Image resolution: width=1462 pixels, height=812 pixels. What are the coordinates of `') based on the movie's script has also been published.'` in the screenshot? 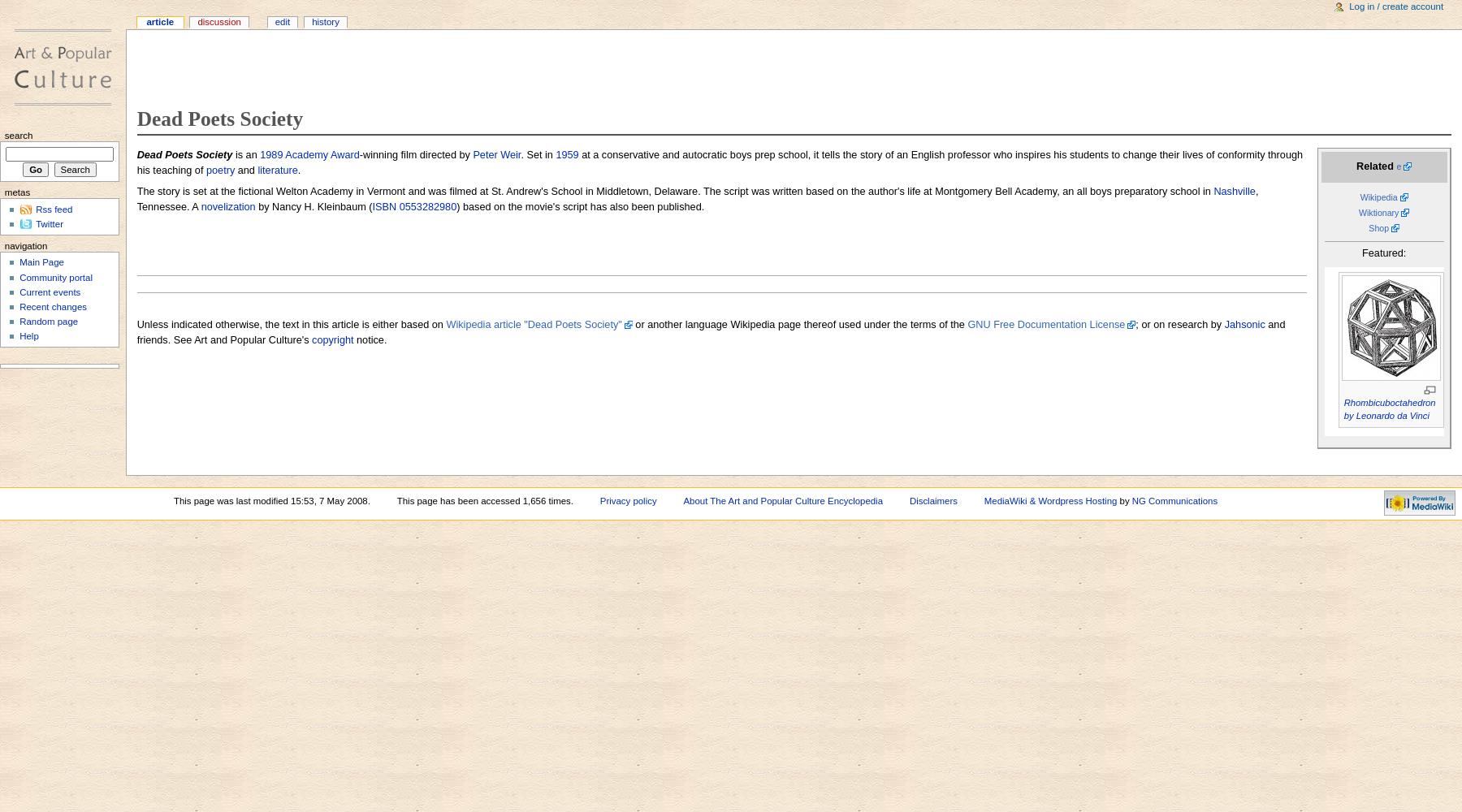 It's located at (579, 206).